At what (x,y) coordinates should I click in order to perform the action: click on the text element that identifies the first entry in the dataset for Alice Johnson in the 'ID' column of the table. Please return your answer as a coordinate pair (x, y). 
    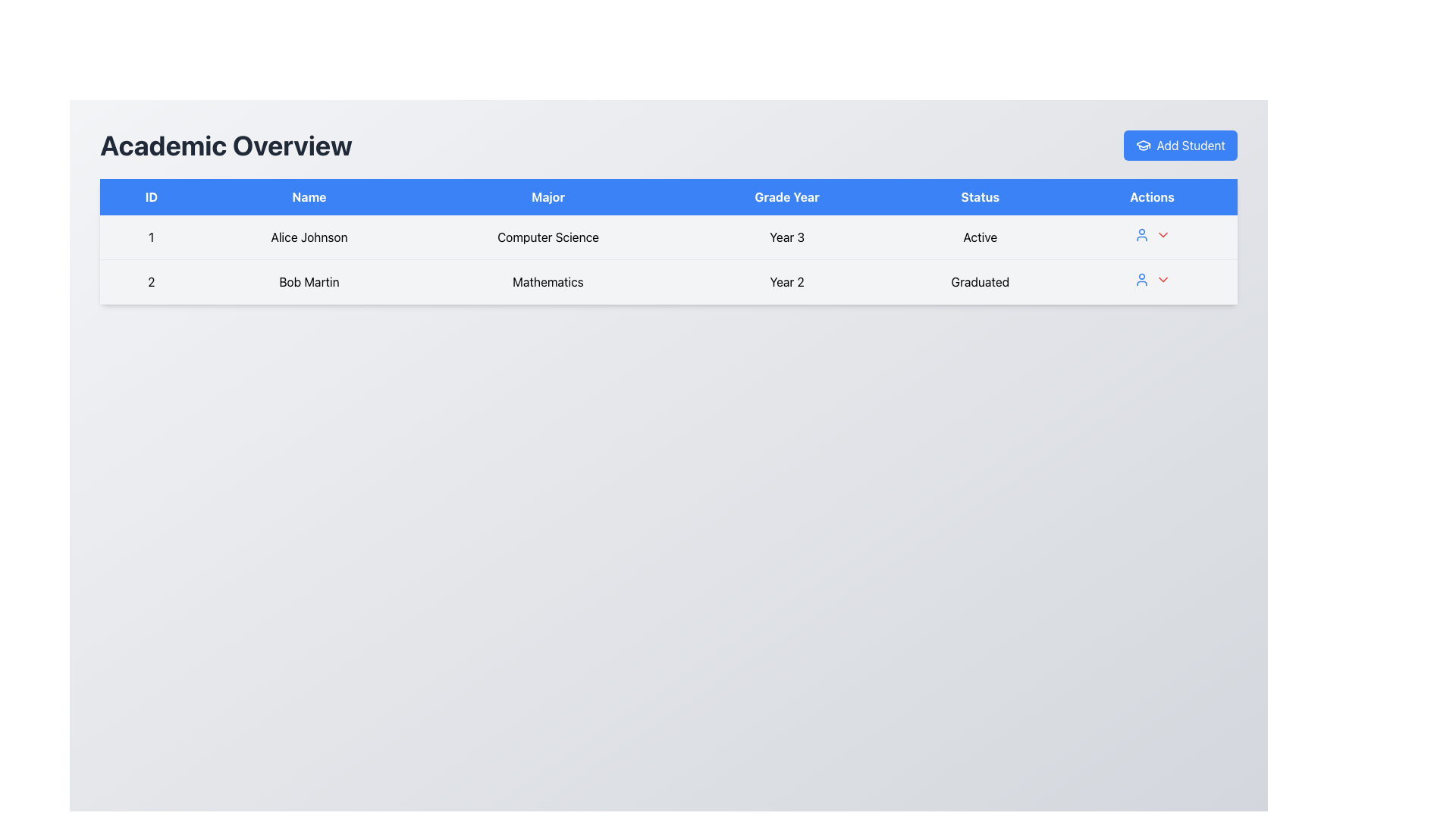
    Looking at the image, I should click on (151, 237).